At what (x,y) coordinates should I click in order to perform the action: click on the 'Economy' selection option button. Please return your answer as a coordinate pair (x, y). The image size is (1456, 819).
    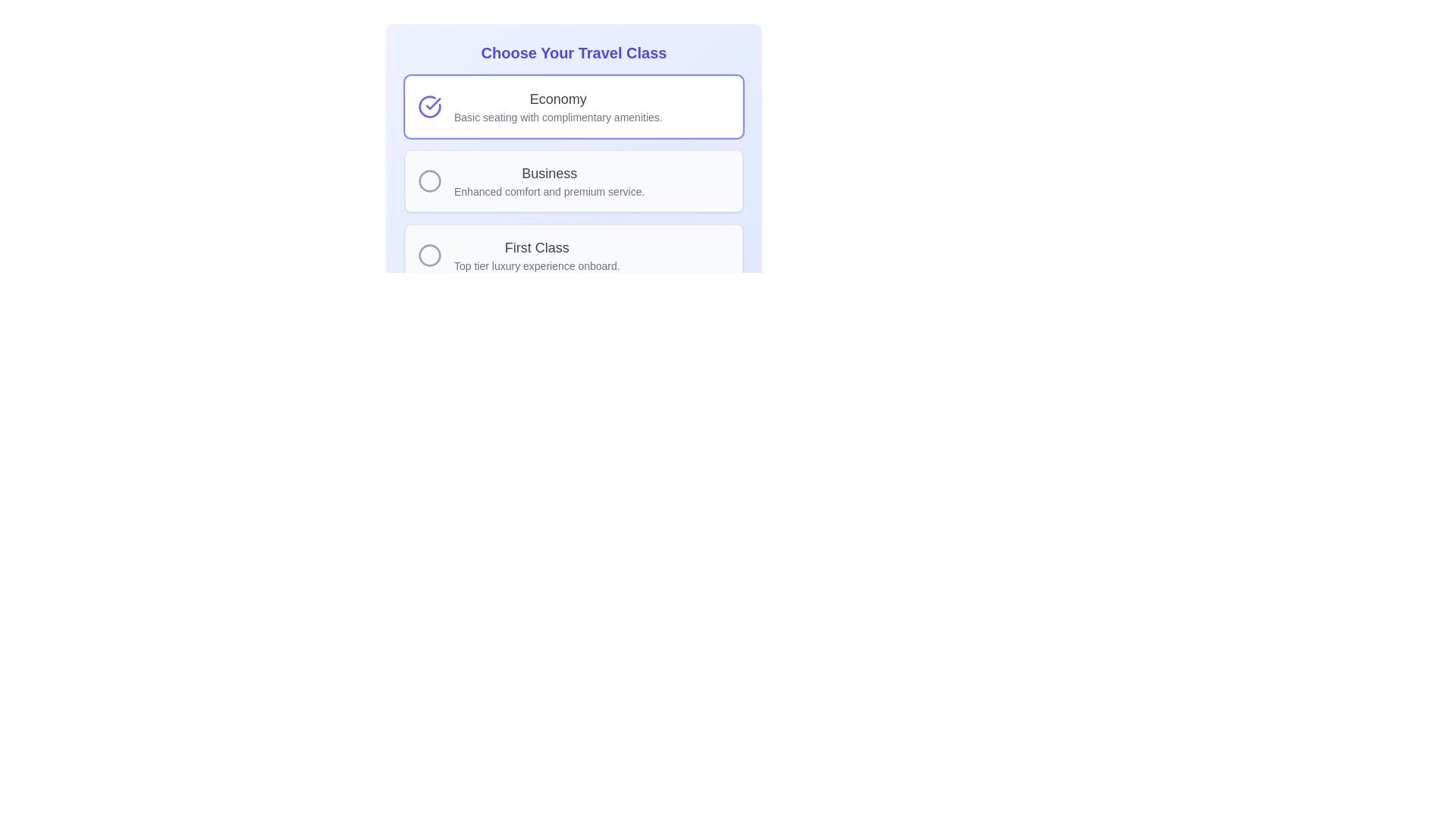
    Looking at the image, I should click on (573, 106).